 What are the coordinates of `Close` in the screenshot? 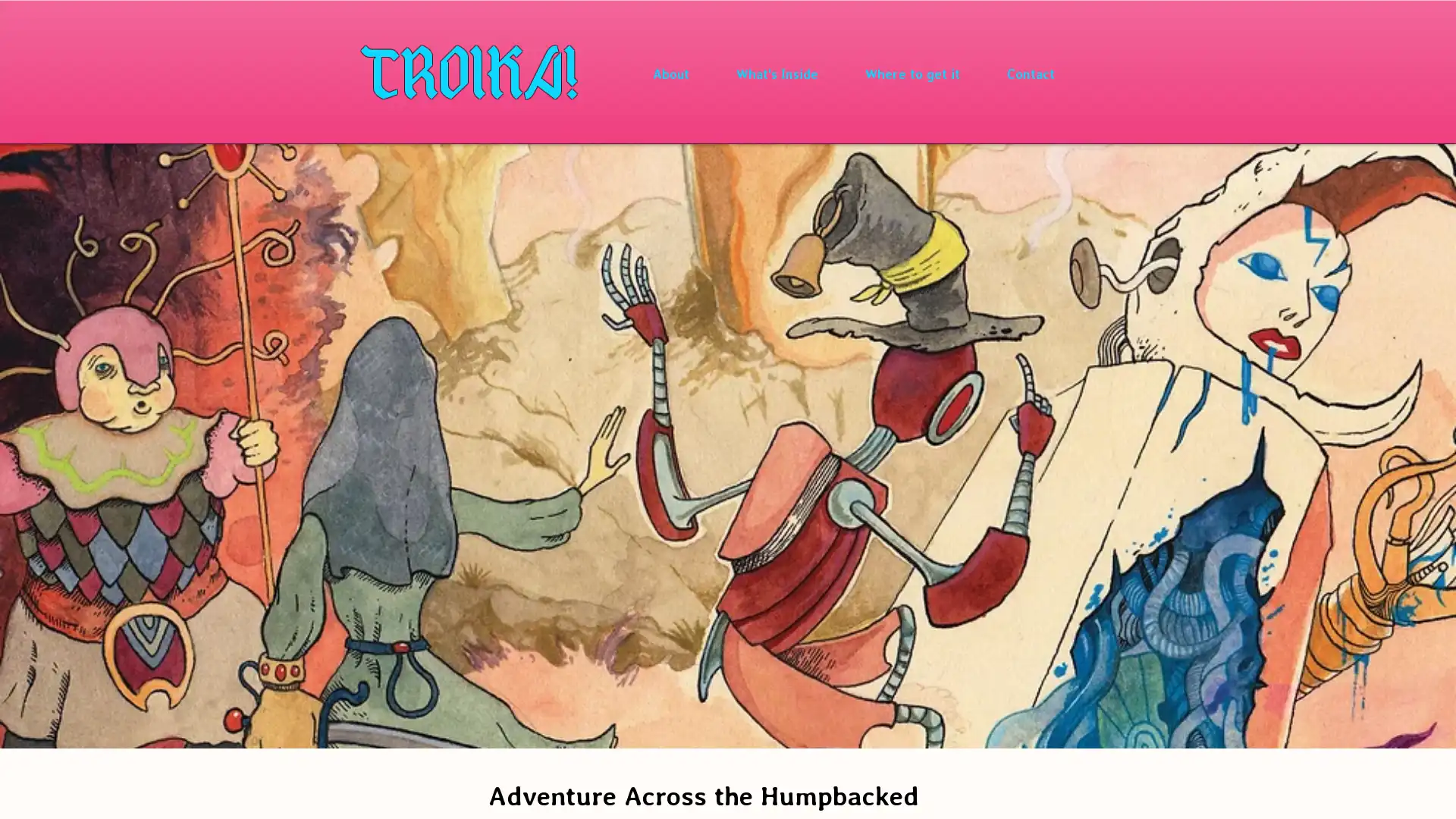 It's located at (1437, 792).